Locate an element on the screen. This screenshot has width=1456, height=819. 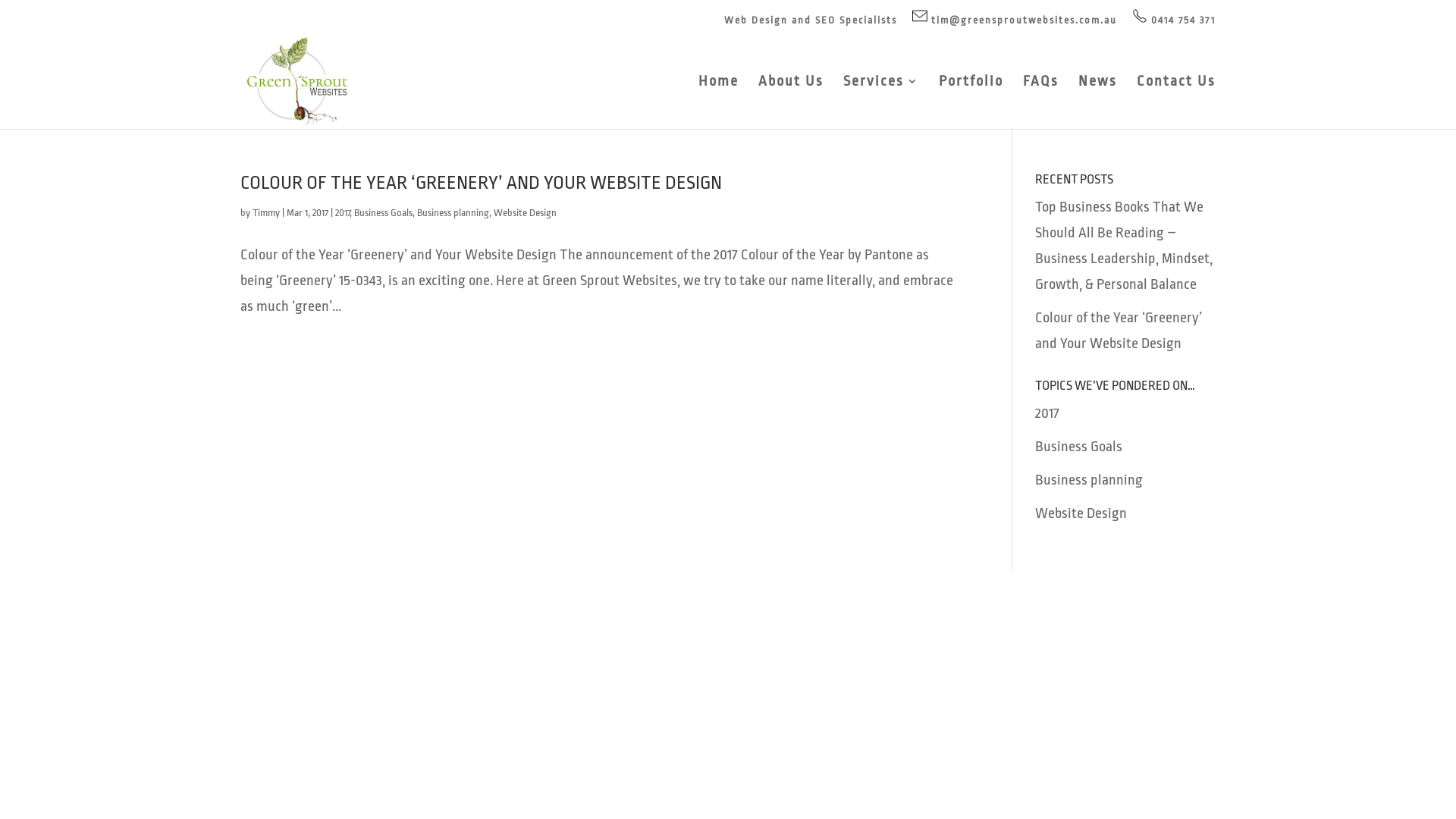
'Services' is located at coordinates (880, 102).